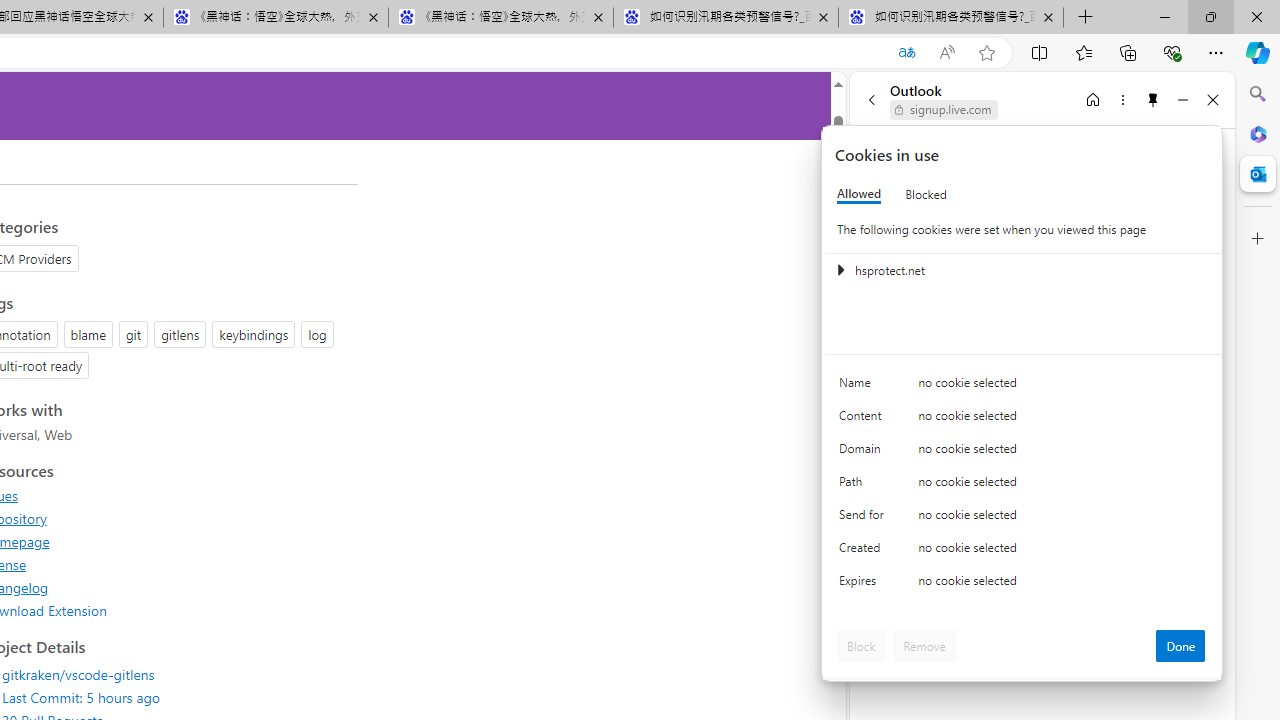  I want to click on 'Blocked', so click(925, 194).